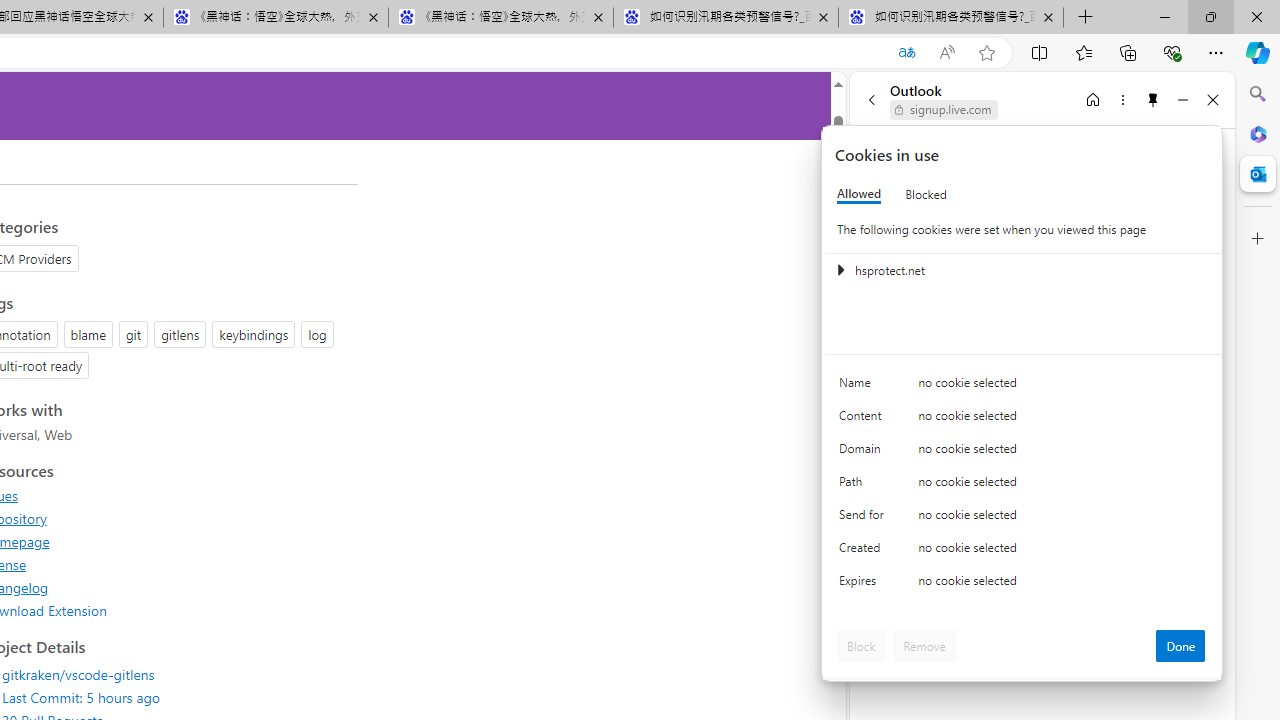  I want to click on 'Blocked', so click(925, 194).